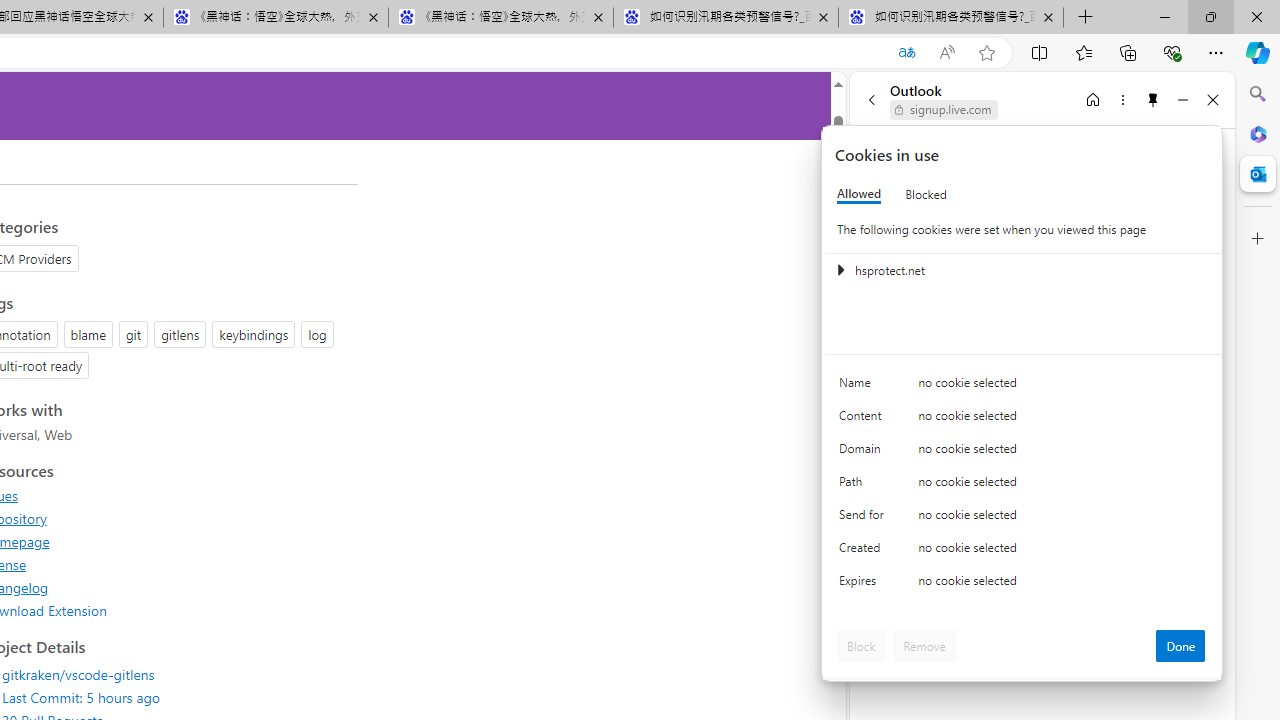  I want to click on 'Blocked', so click(925, 194).